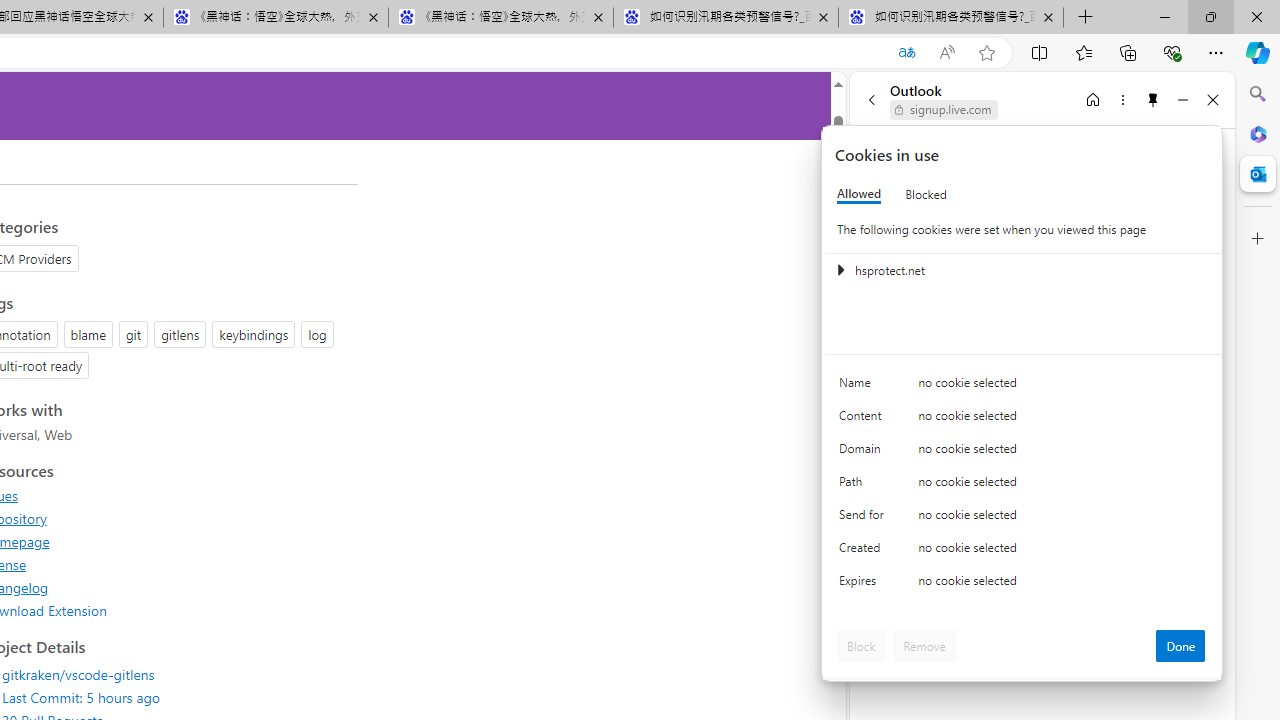  I want to click on 'Blocked', so click(925, 194).